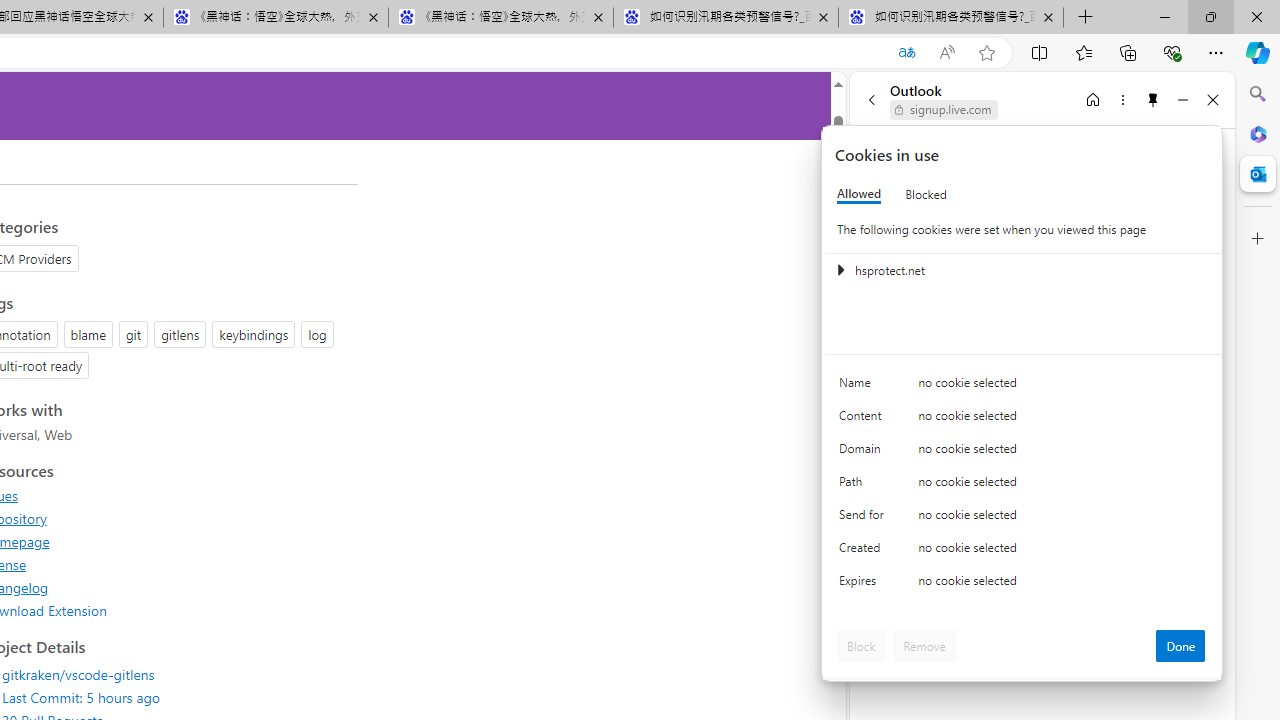  I want to click on 'Blocked', so click(925, 194).